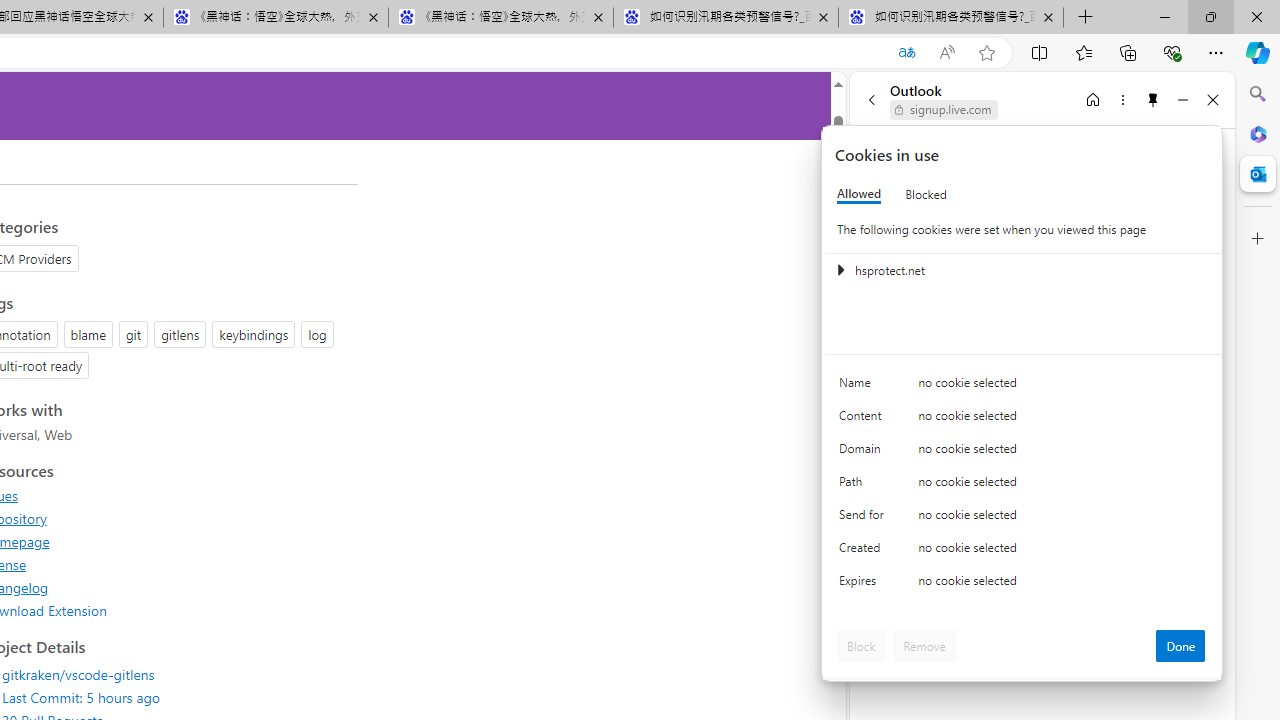  I want to click on 'Blocked', so click(925, 194).